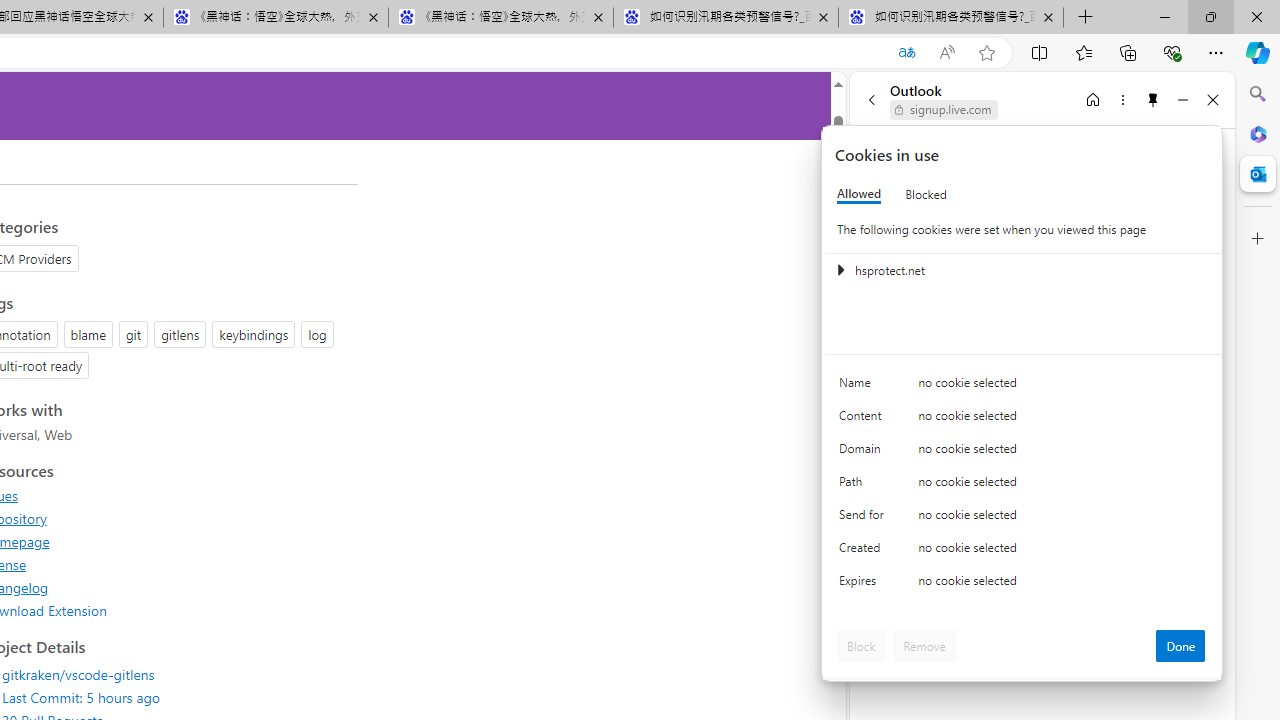  I want to click on 'Blocked', so click(925, 194).